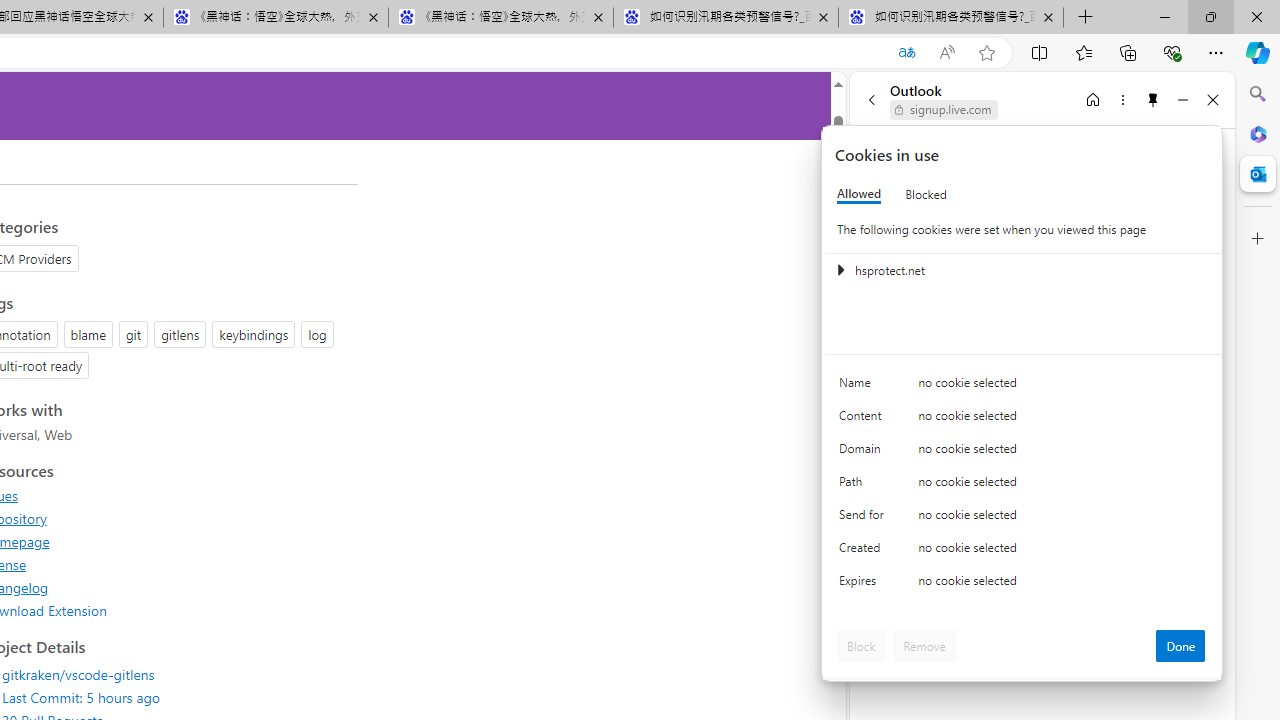  I want to click on 'Blocked', so click(925, 194).